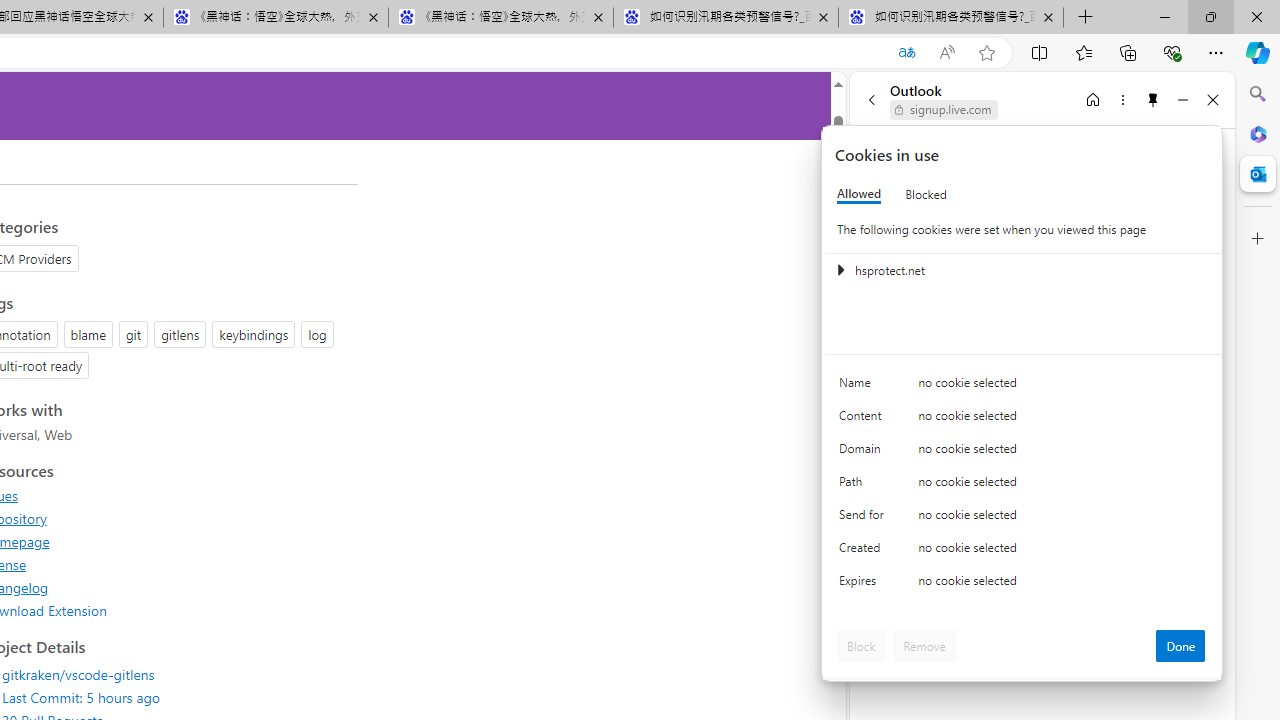  I want to click on 'Blocked', so click(925, 194).